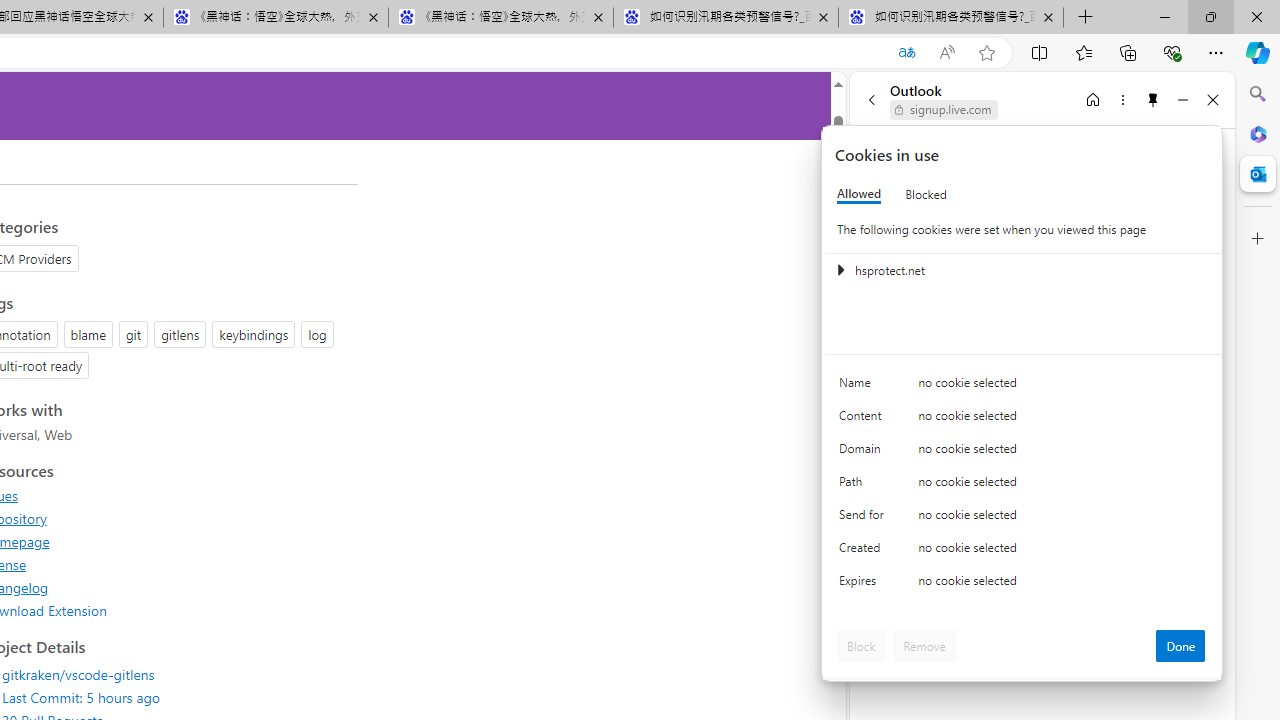  I want to click on 'Blocked', so click(925, 194).